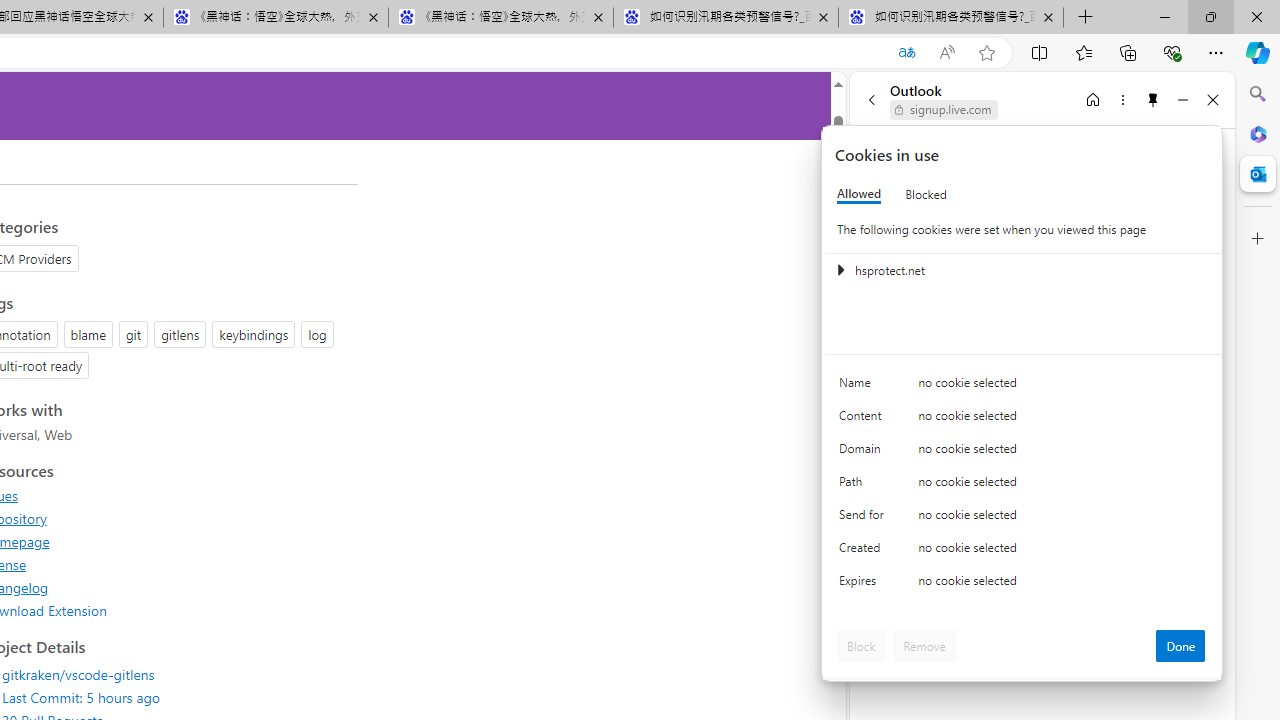  I want to click on 'Blocked', so click(925, 194).